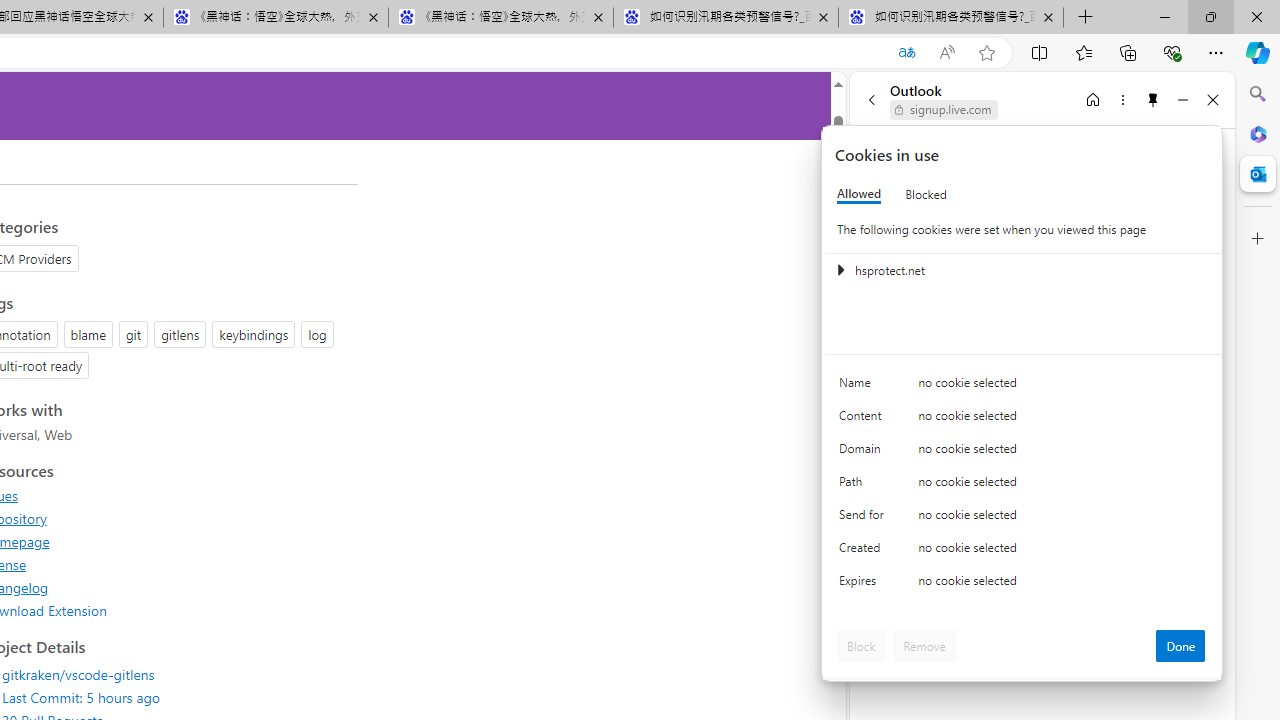  I want to click on 'Blocked', so click(925, 194).